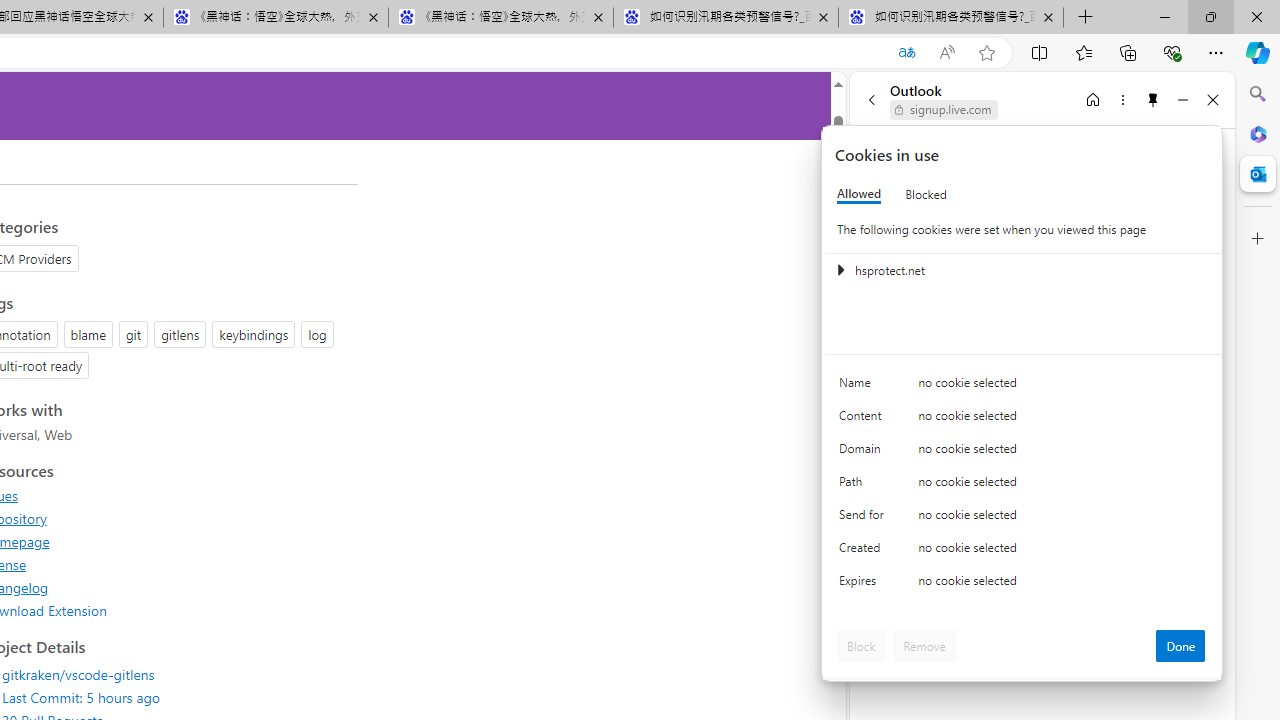  I want to click on 'Blocked', so click(925, 194).